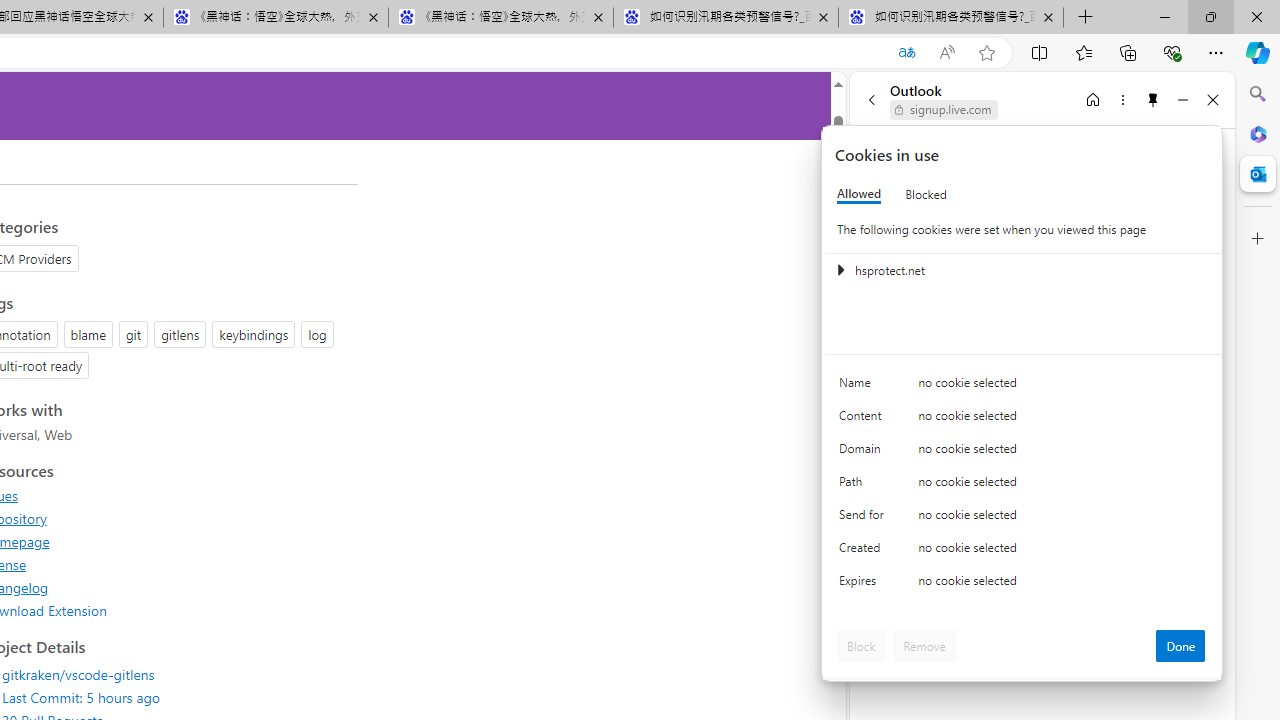  I want to click on 'Blocked', so click(925, 194).